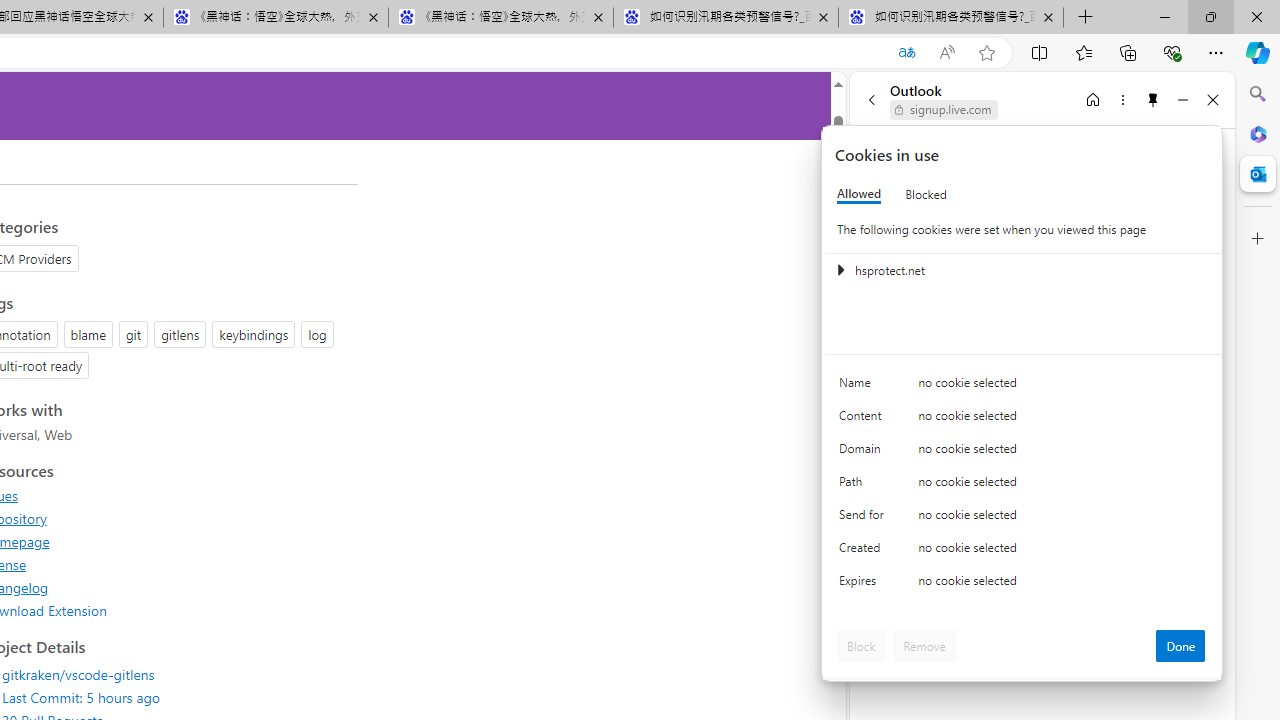  I want to click on 'Blocked', so click(925, 194).